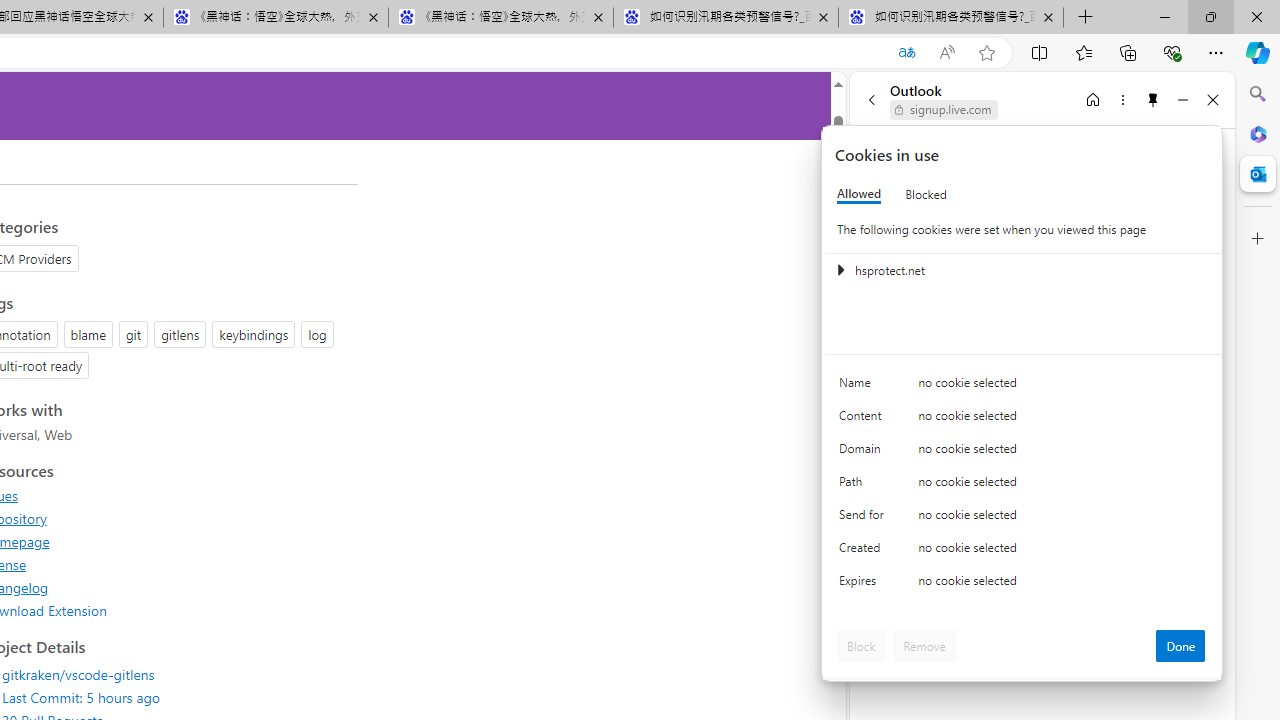  I want to click on 'Blocked', so click(925, 194).